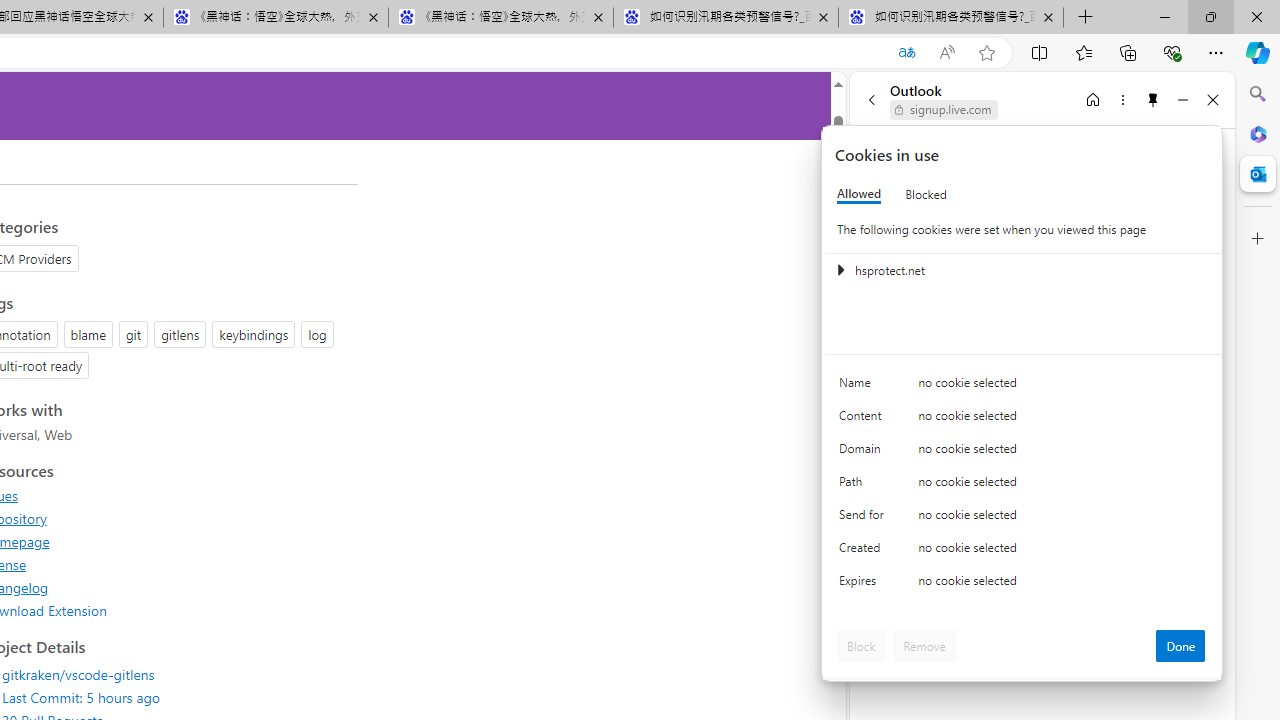  I want to click on 'Blocked', so click(925, 194).